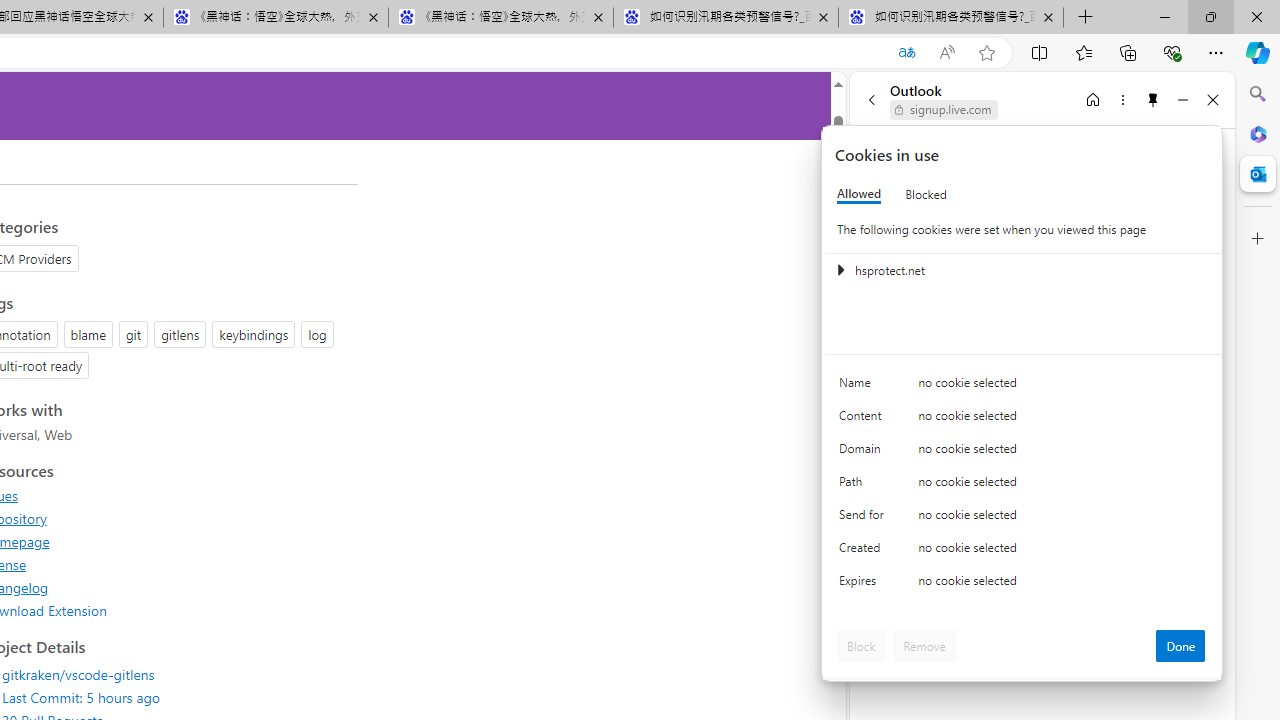  I want to click on 'Blocked', so click(925, 194).